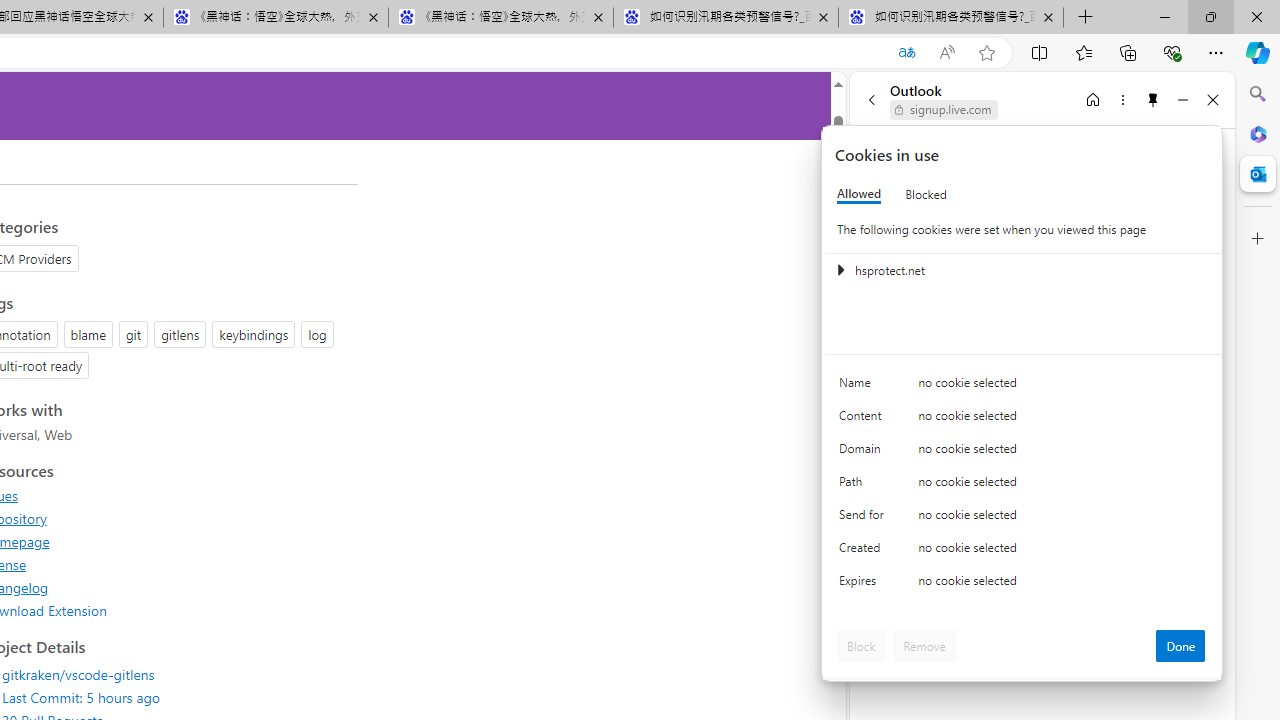  I want to click on 'Blocked', so click(925, 194).